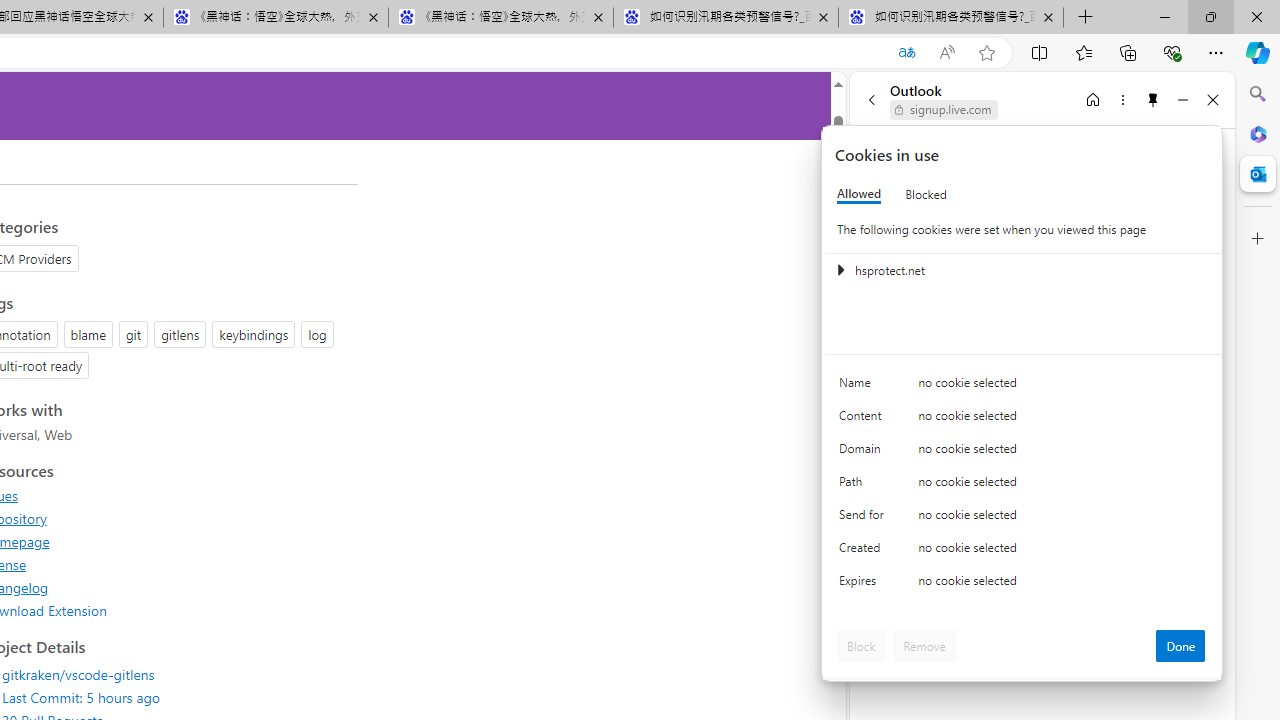  I want to click on 'Blocked', so click(925, 194).